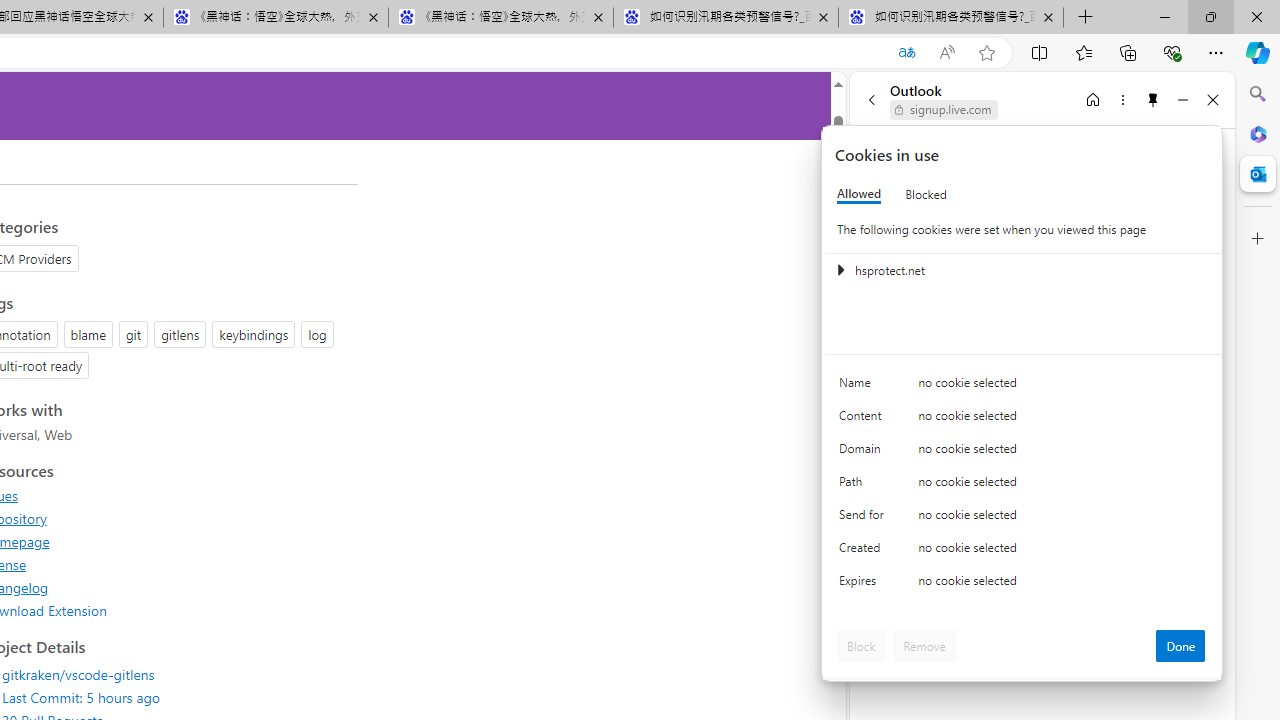  I want to click on 'Blocked', so click(925, 194).